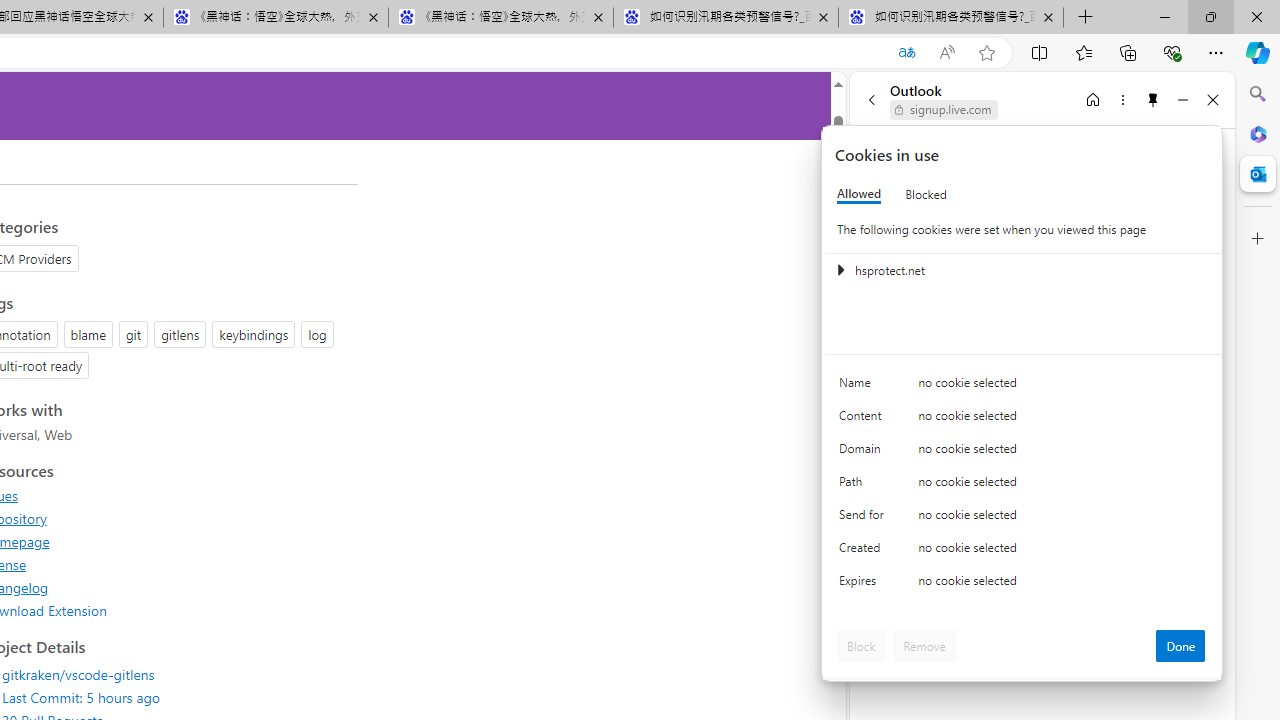  I want to click on 'Blocked', so click(925, 194).